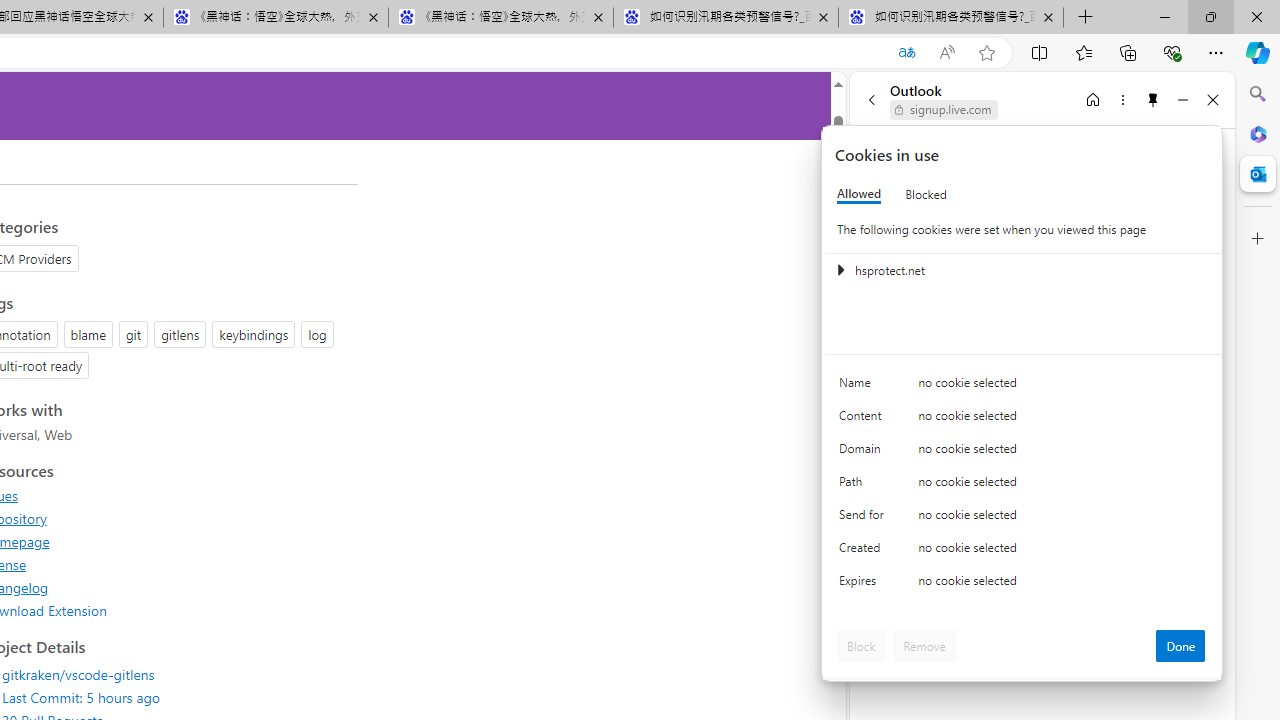  I want to click on 'Blocked', so click(925, 194).